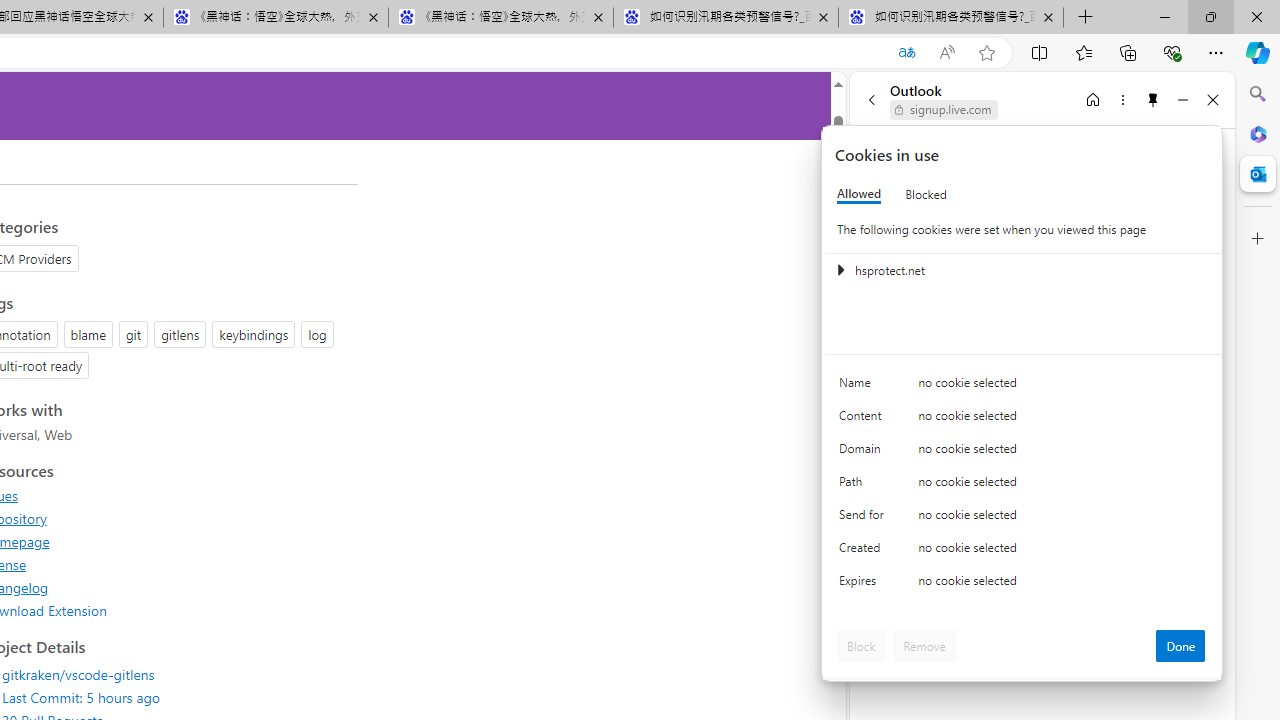  I want to click on 'Blocked', so click(925, 194).